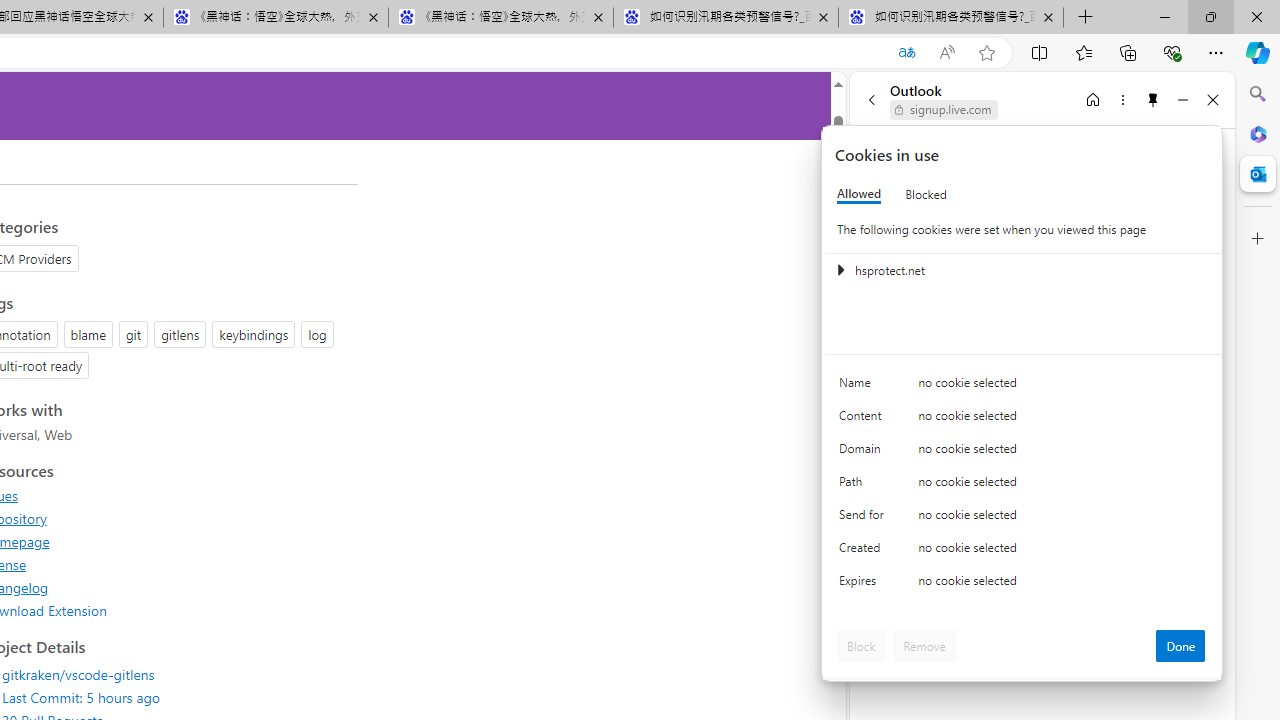  I want to click on 'Blocked', so click(925, 194).